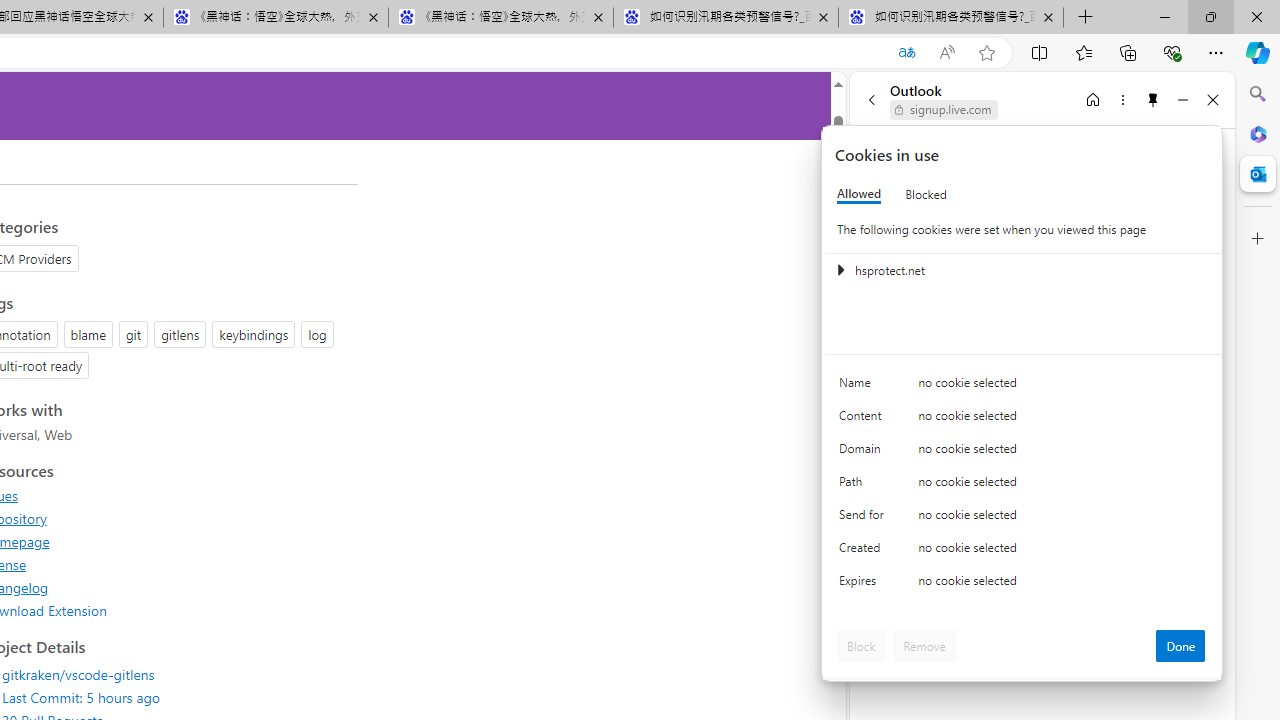  I want to click on 'Blocked', so click(925, 194).